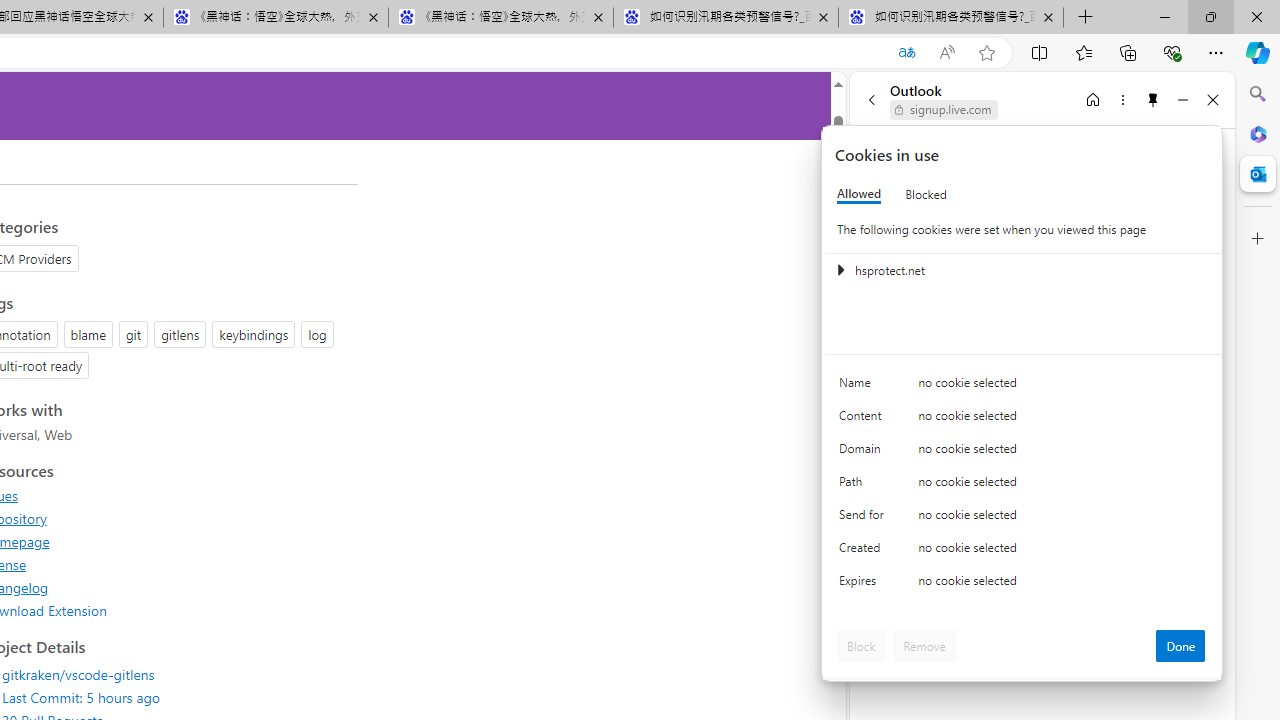  I want to click on 'Blocked', so click(925, 194).